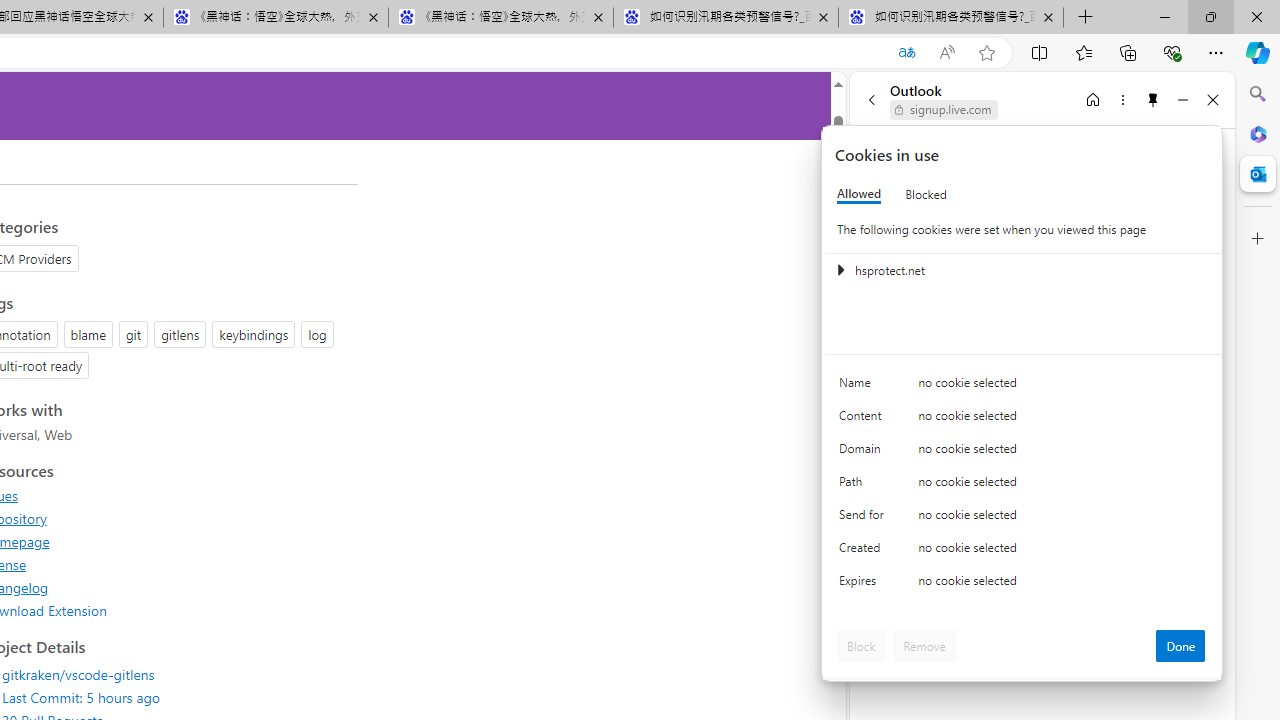  I want to click on 'Blocked', so click(925, 194).